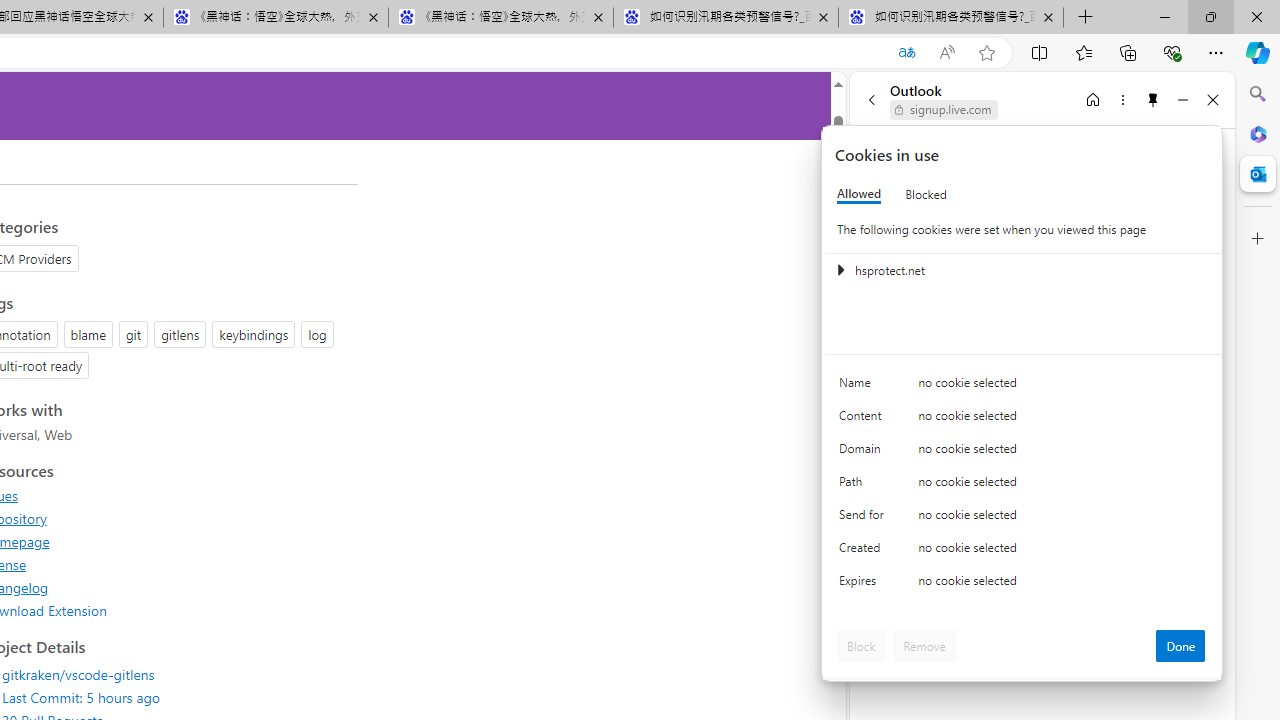  I want to click on 'Blocked', so click(925, 194).